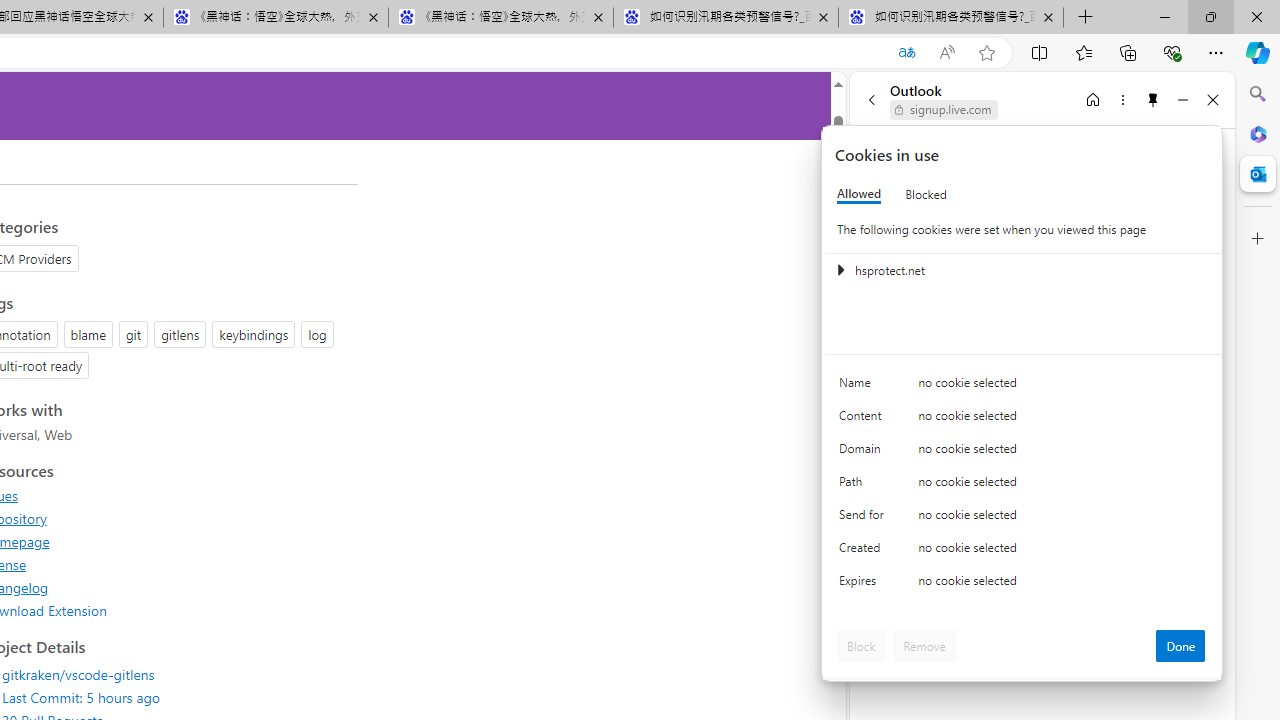  I want to click on 'Blocked', so click(925, 194).